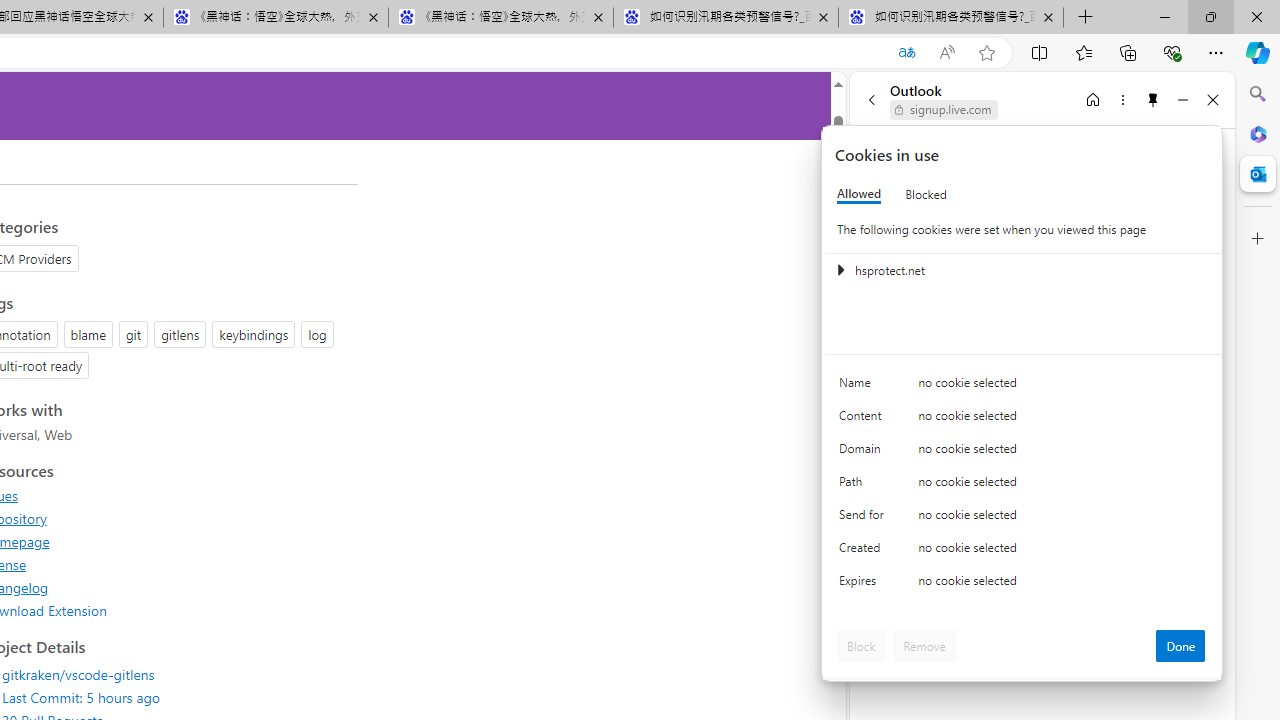  I want to click on 'Blocked', so click(925, 194).